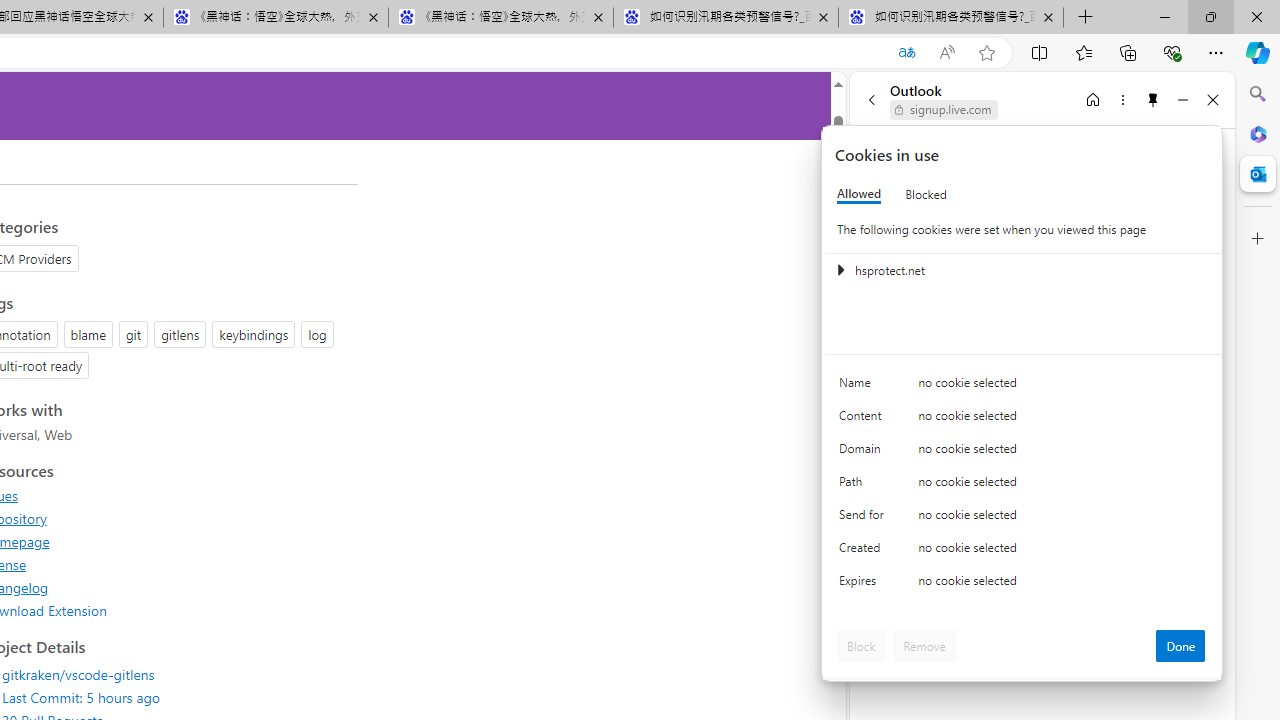  I want to click on 'Blocked', so click(925, 194).